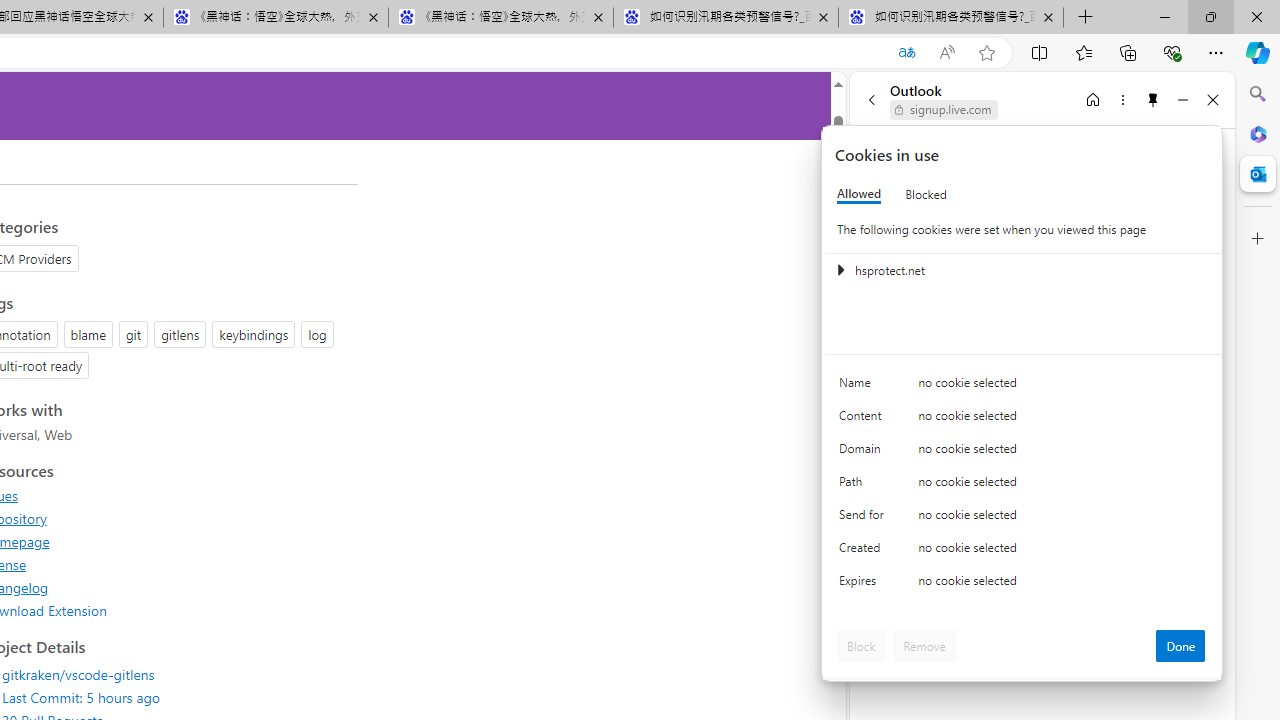  I want to click on 'Blocked', so click(925, 194).